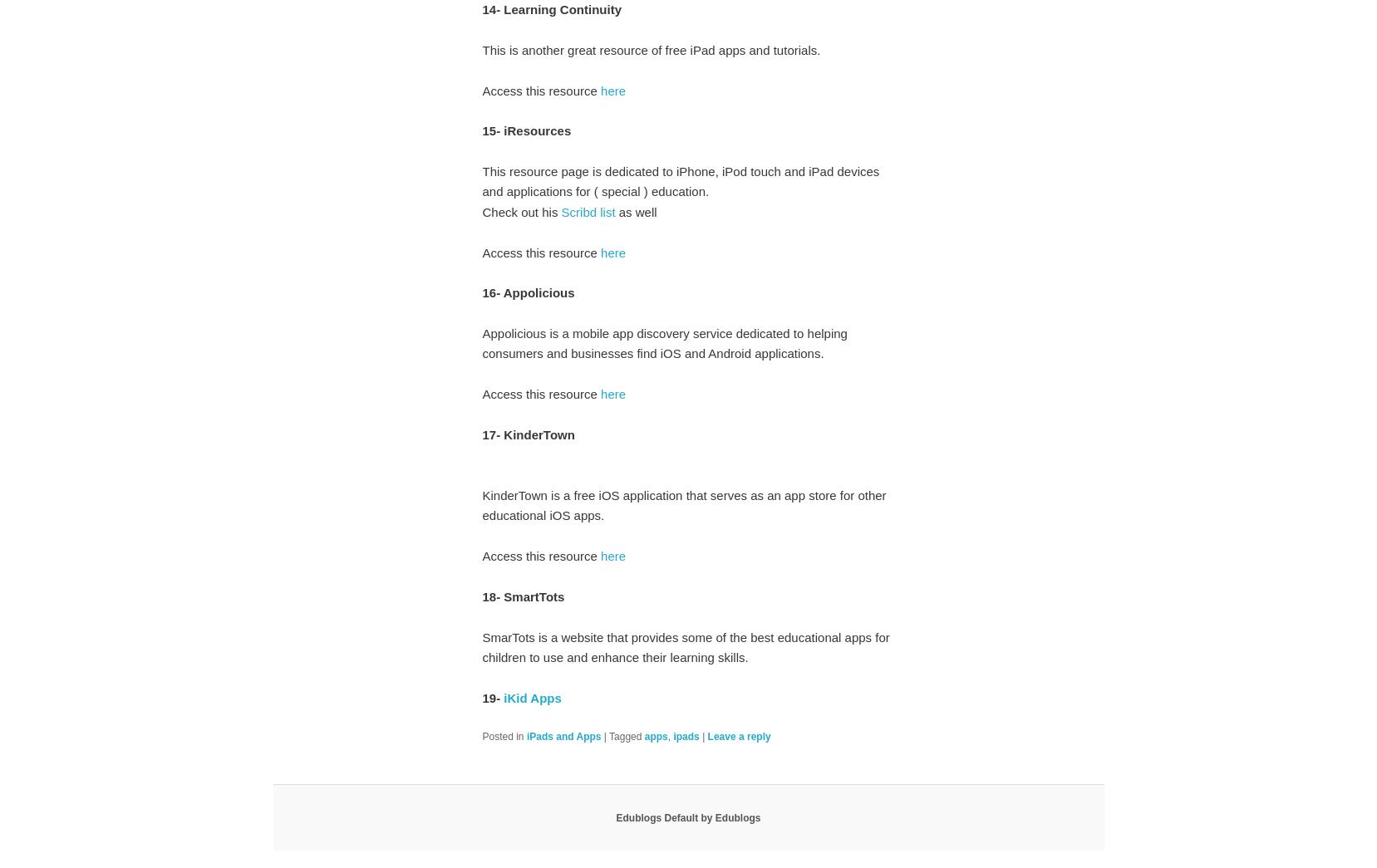 This screenshot has height=868, width=1377. I want to click on 'iPads and Apps', so click(563, 735).